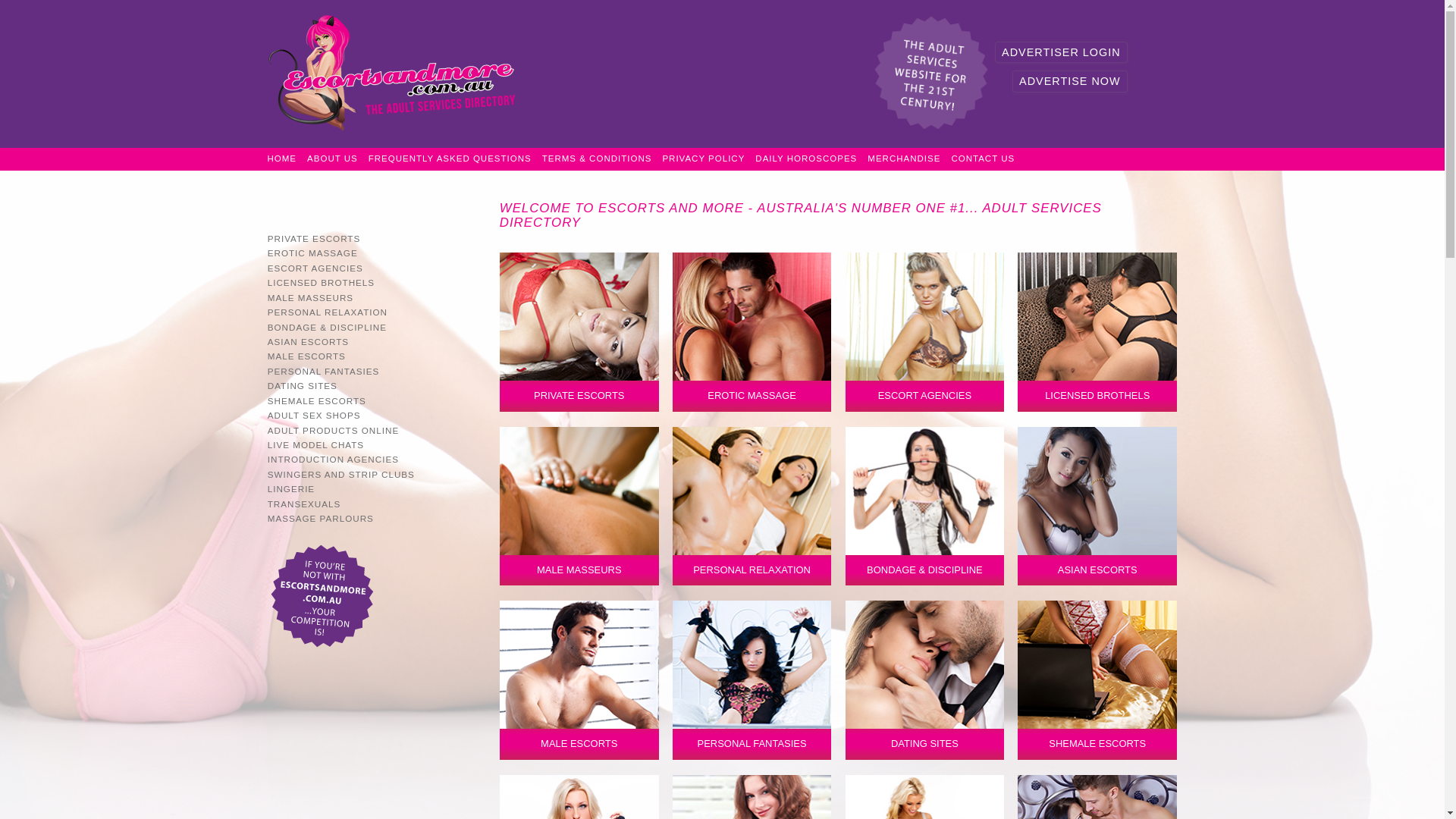 The height and width of the screenshot is (819, 1456). I want to click on 'MALE ESCORTS', so click(578, 679).